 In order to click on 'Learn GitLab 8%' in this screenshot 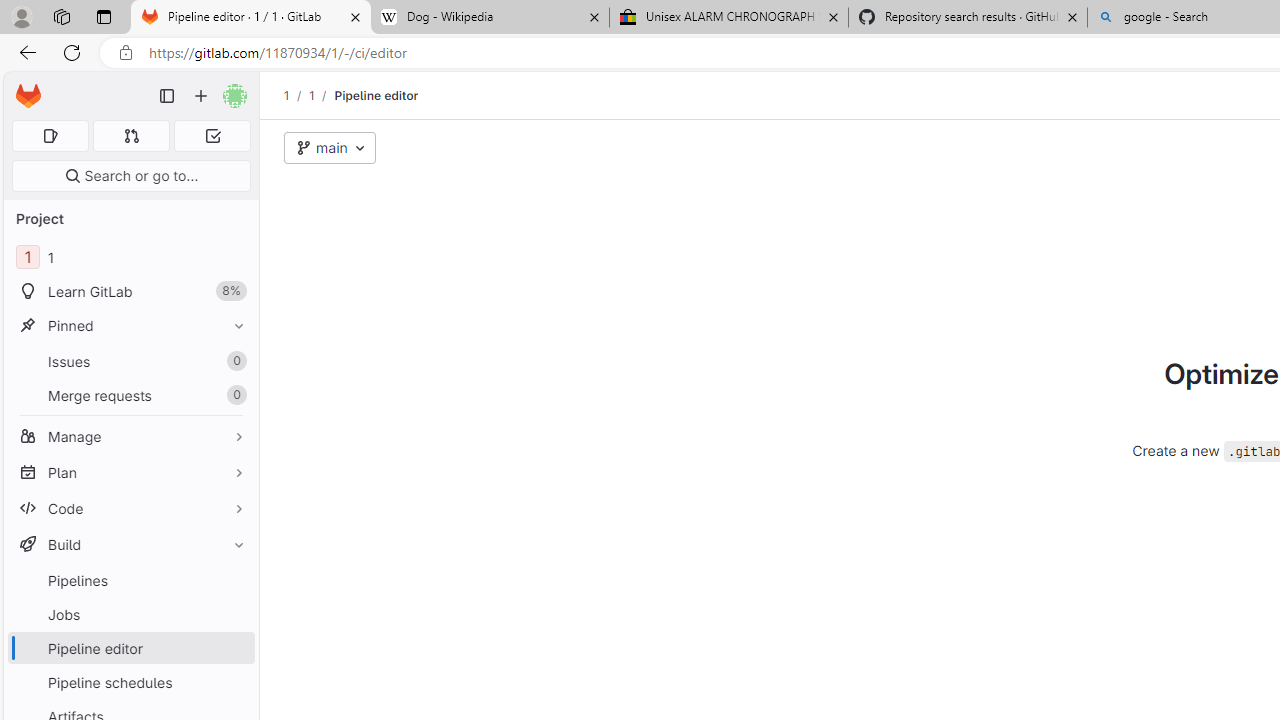, I will do `click(130, 291)`.